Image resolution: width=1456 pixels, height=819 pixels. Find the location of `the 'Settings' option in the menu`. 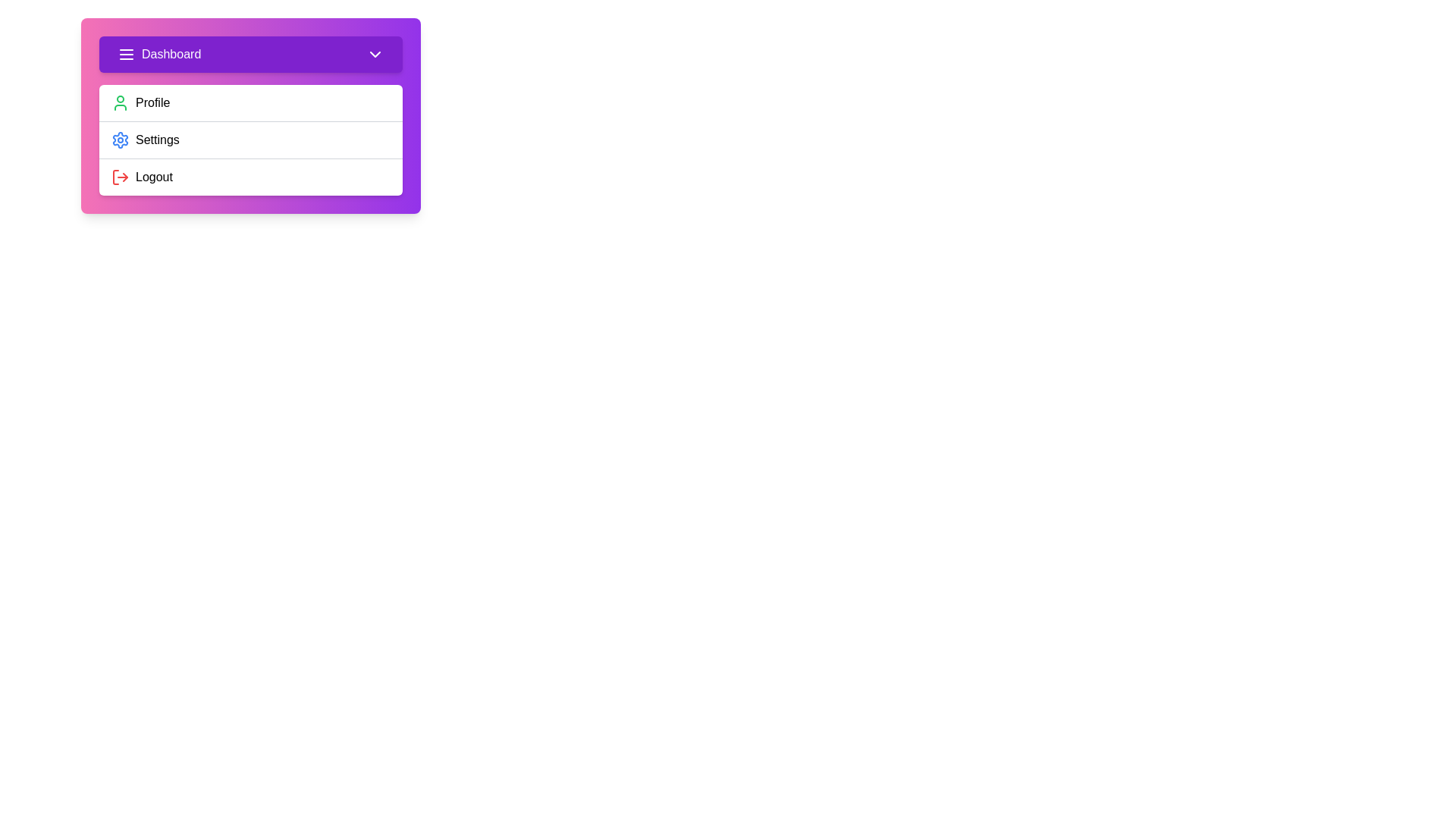

the 'Settings' option in the menu is located at coordinates (251, 140).